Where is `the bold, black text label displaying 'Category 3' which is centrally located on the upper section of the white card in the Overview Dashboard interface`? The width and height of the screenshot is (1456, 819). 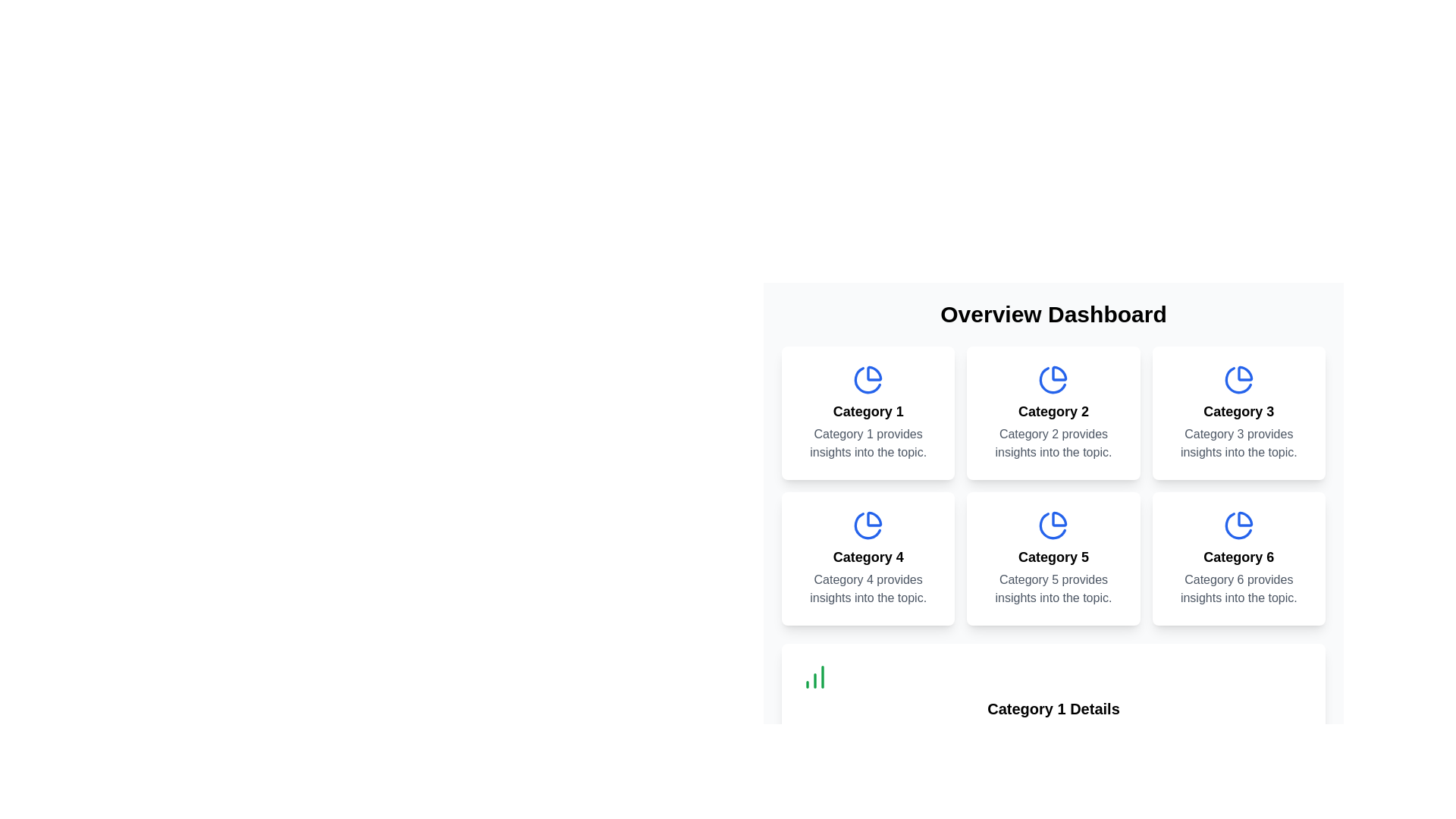 the bold, black text label displaying 'Category 3' which is centrally located on the upper section of the white card in the Overview Dashboard interface is located at coordinates (1238, 412).